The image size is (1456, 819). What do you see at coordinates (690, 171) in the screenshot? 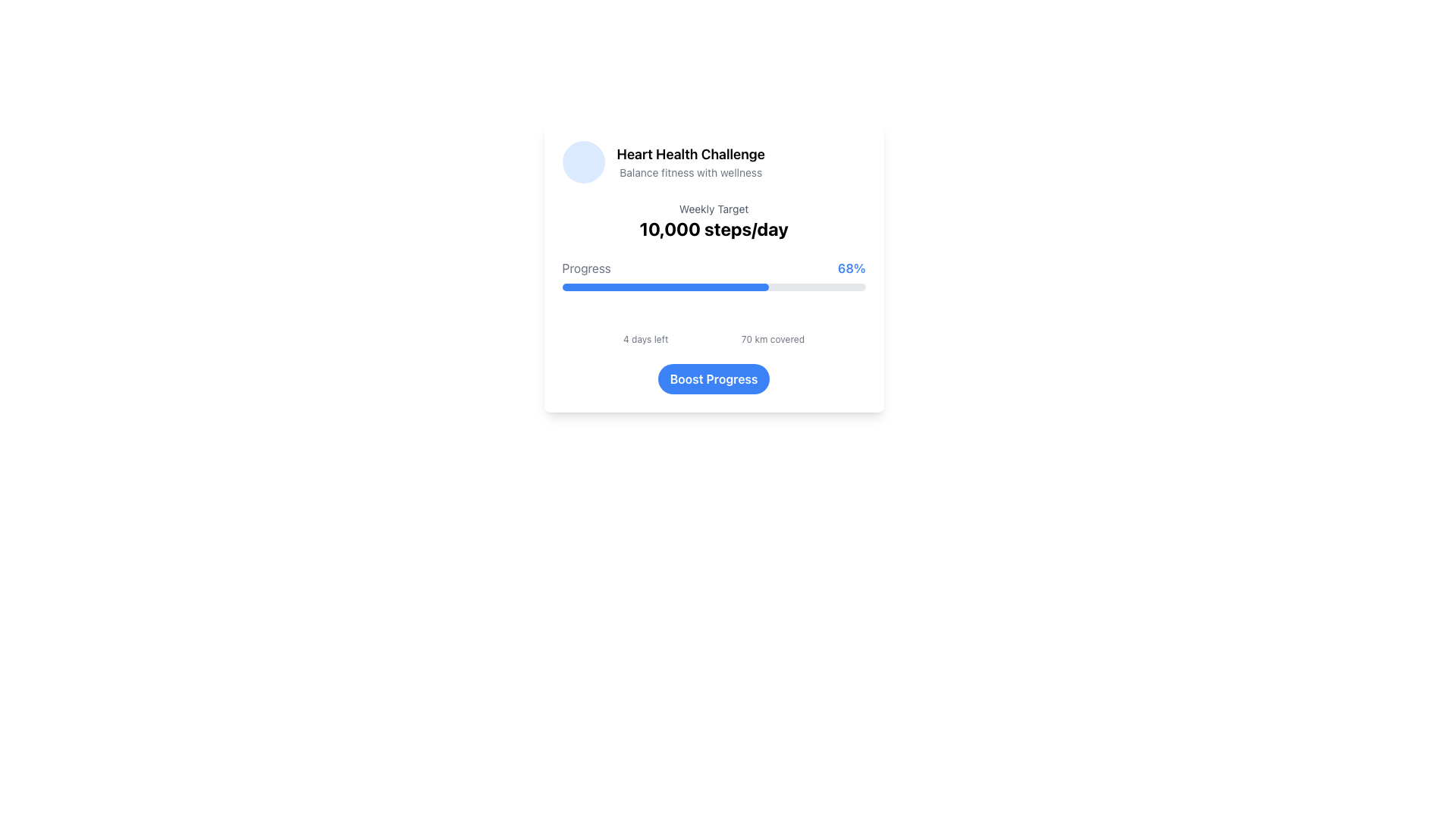
I see `the subtitle text 'Balance fitness with wellness', which is presented in a small, gray font and located directly beneath the title 'Heart Health Challenge'` at bounding box center [690, 171].